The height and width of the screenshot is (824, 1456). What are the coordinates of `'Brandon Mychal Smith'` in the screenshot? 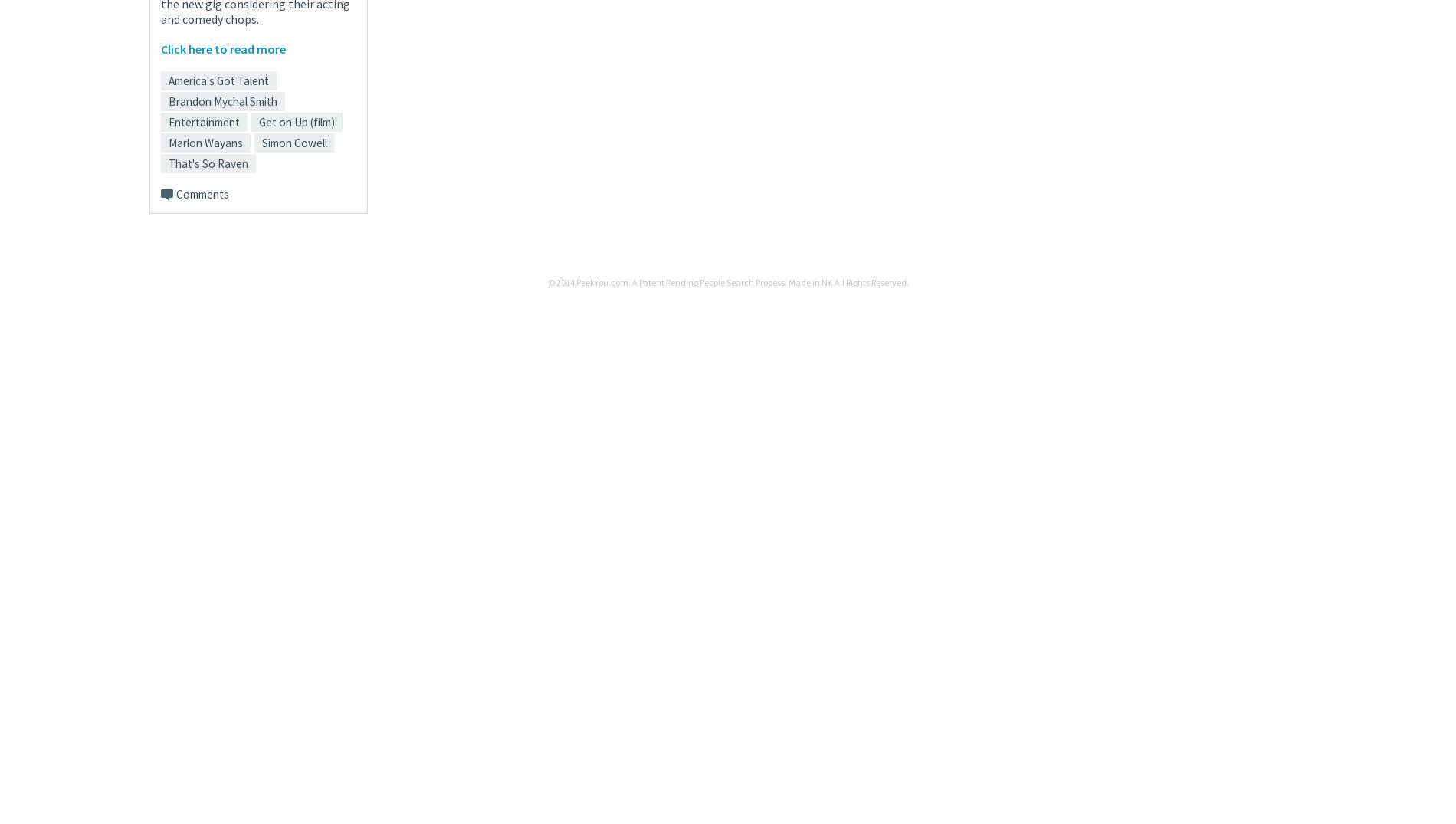 It's located at (222, 100).